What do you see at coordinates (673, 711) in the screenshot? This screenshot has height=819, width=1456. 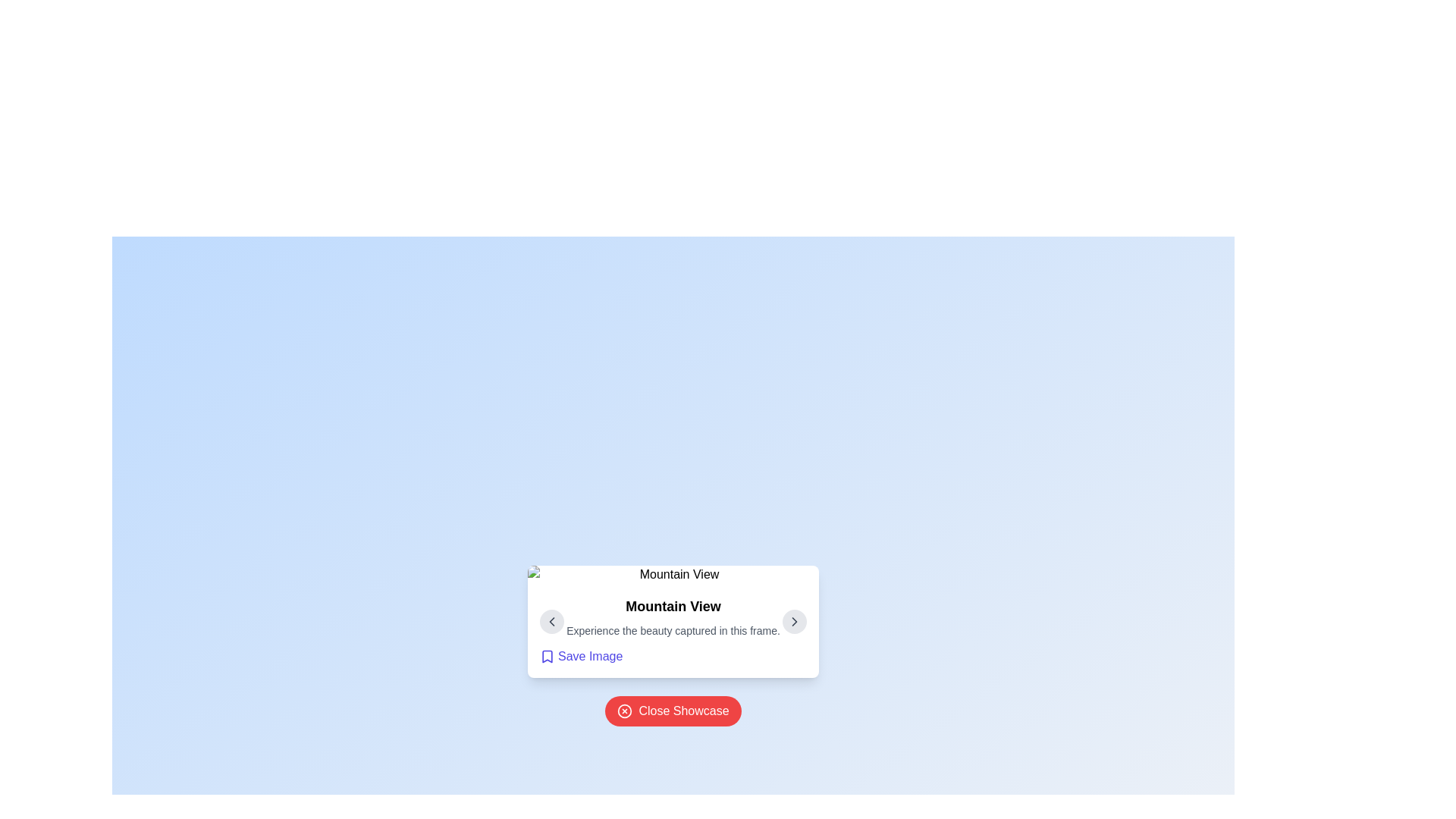 I see `the prominent red button labeled 'Close Showcase'` at bounding box center [673, 711].